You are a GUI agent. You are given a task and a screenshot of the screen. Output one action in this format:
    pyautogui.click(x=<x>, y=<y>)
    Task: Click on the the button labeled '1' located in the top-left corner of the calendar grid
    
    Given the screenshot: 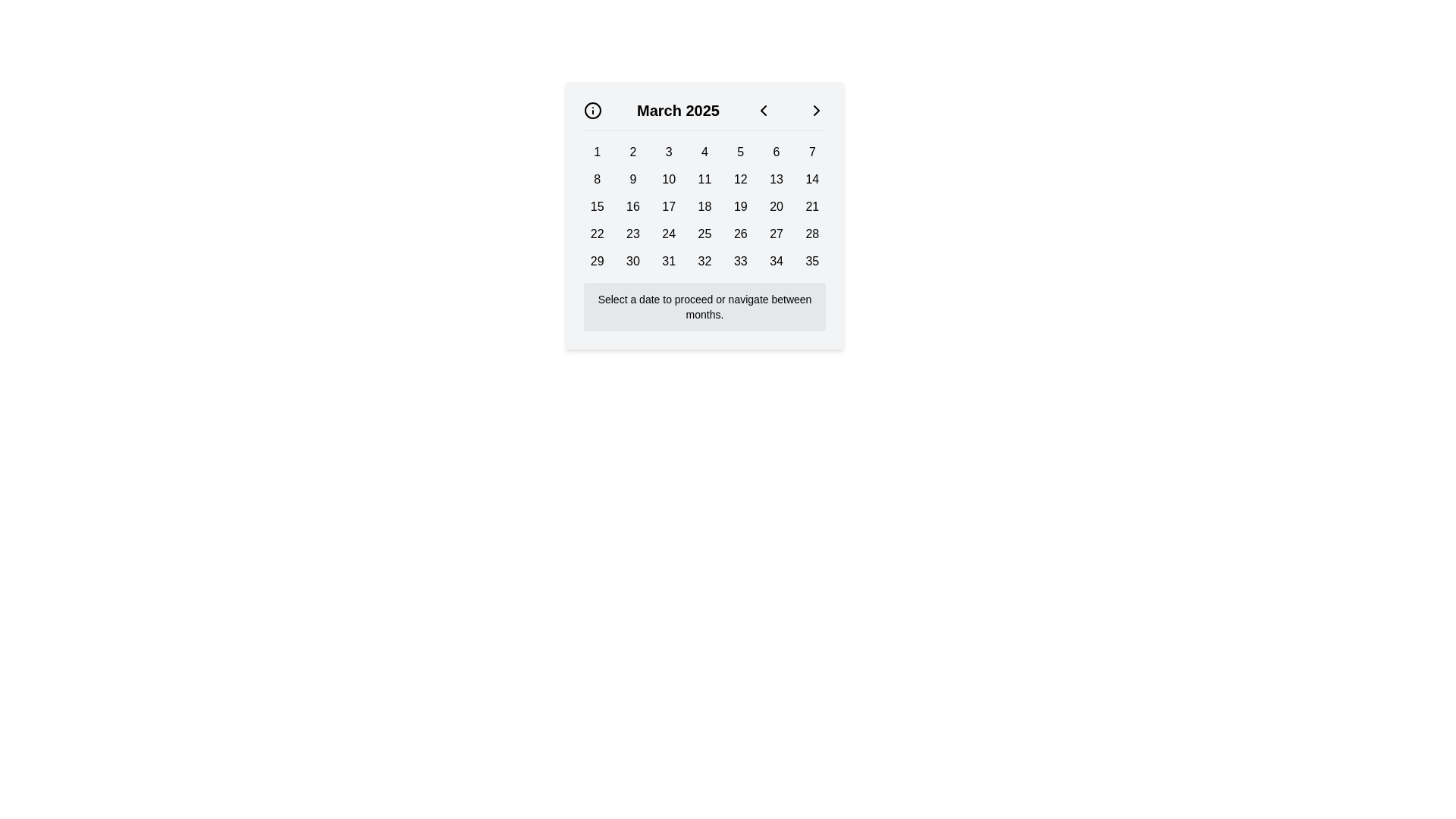 What is the action you would take?
    pyautogui.click(x=596, y=152)
    